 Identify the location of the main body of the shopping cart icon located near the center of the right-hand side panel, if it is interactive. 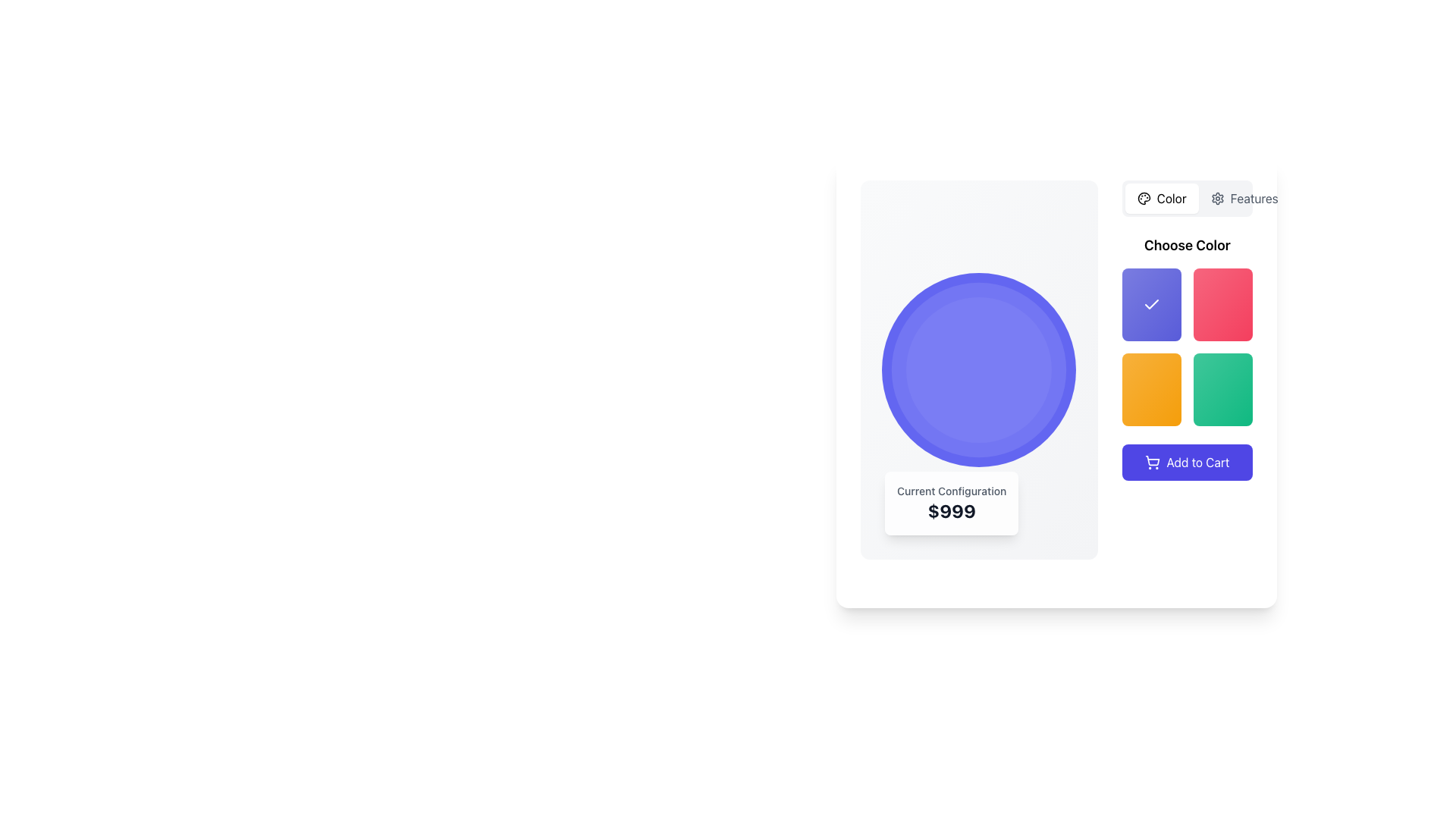
(1153, 460).